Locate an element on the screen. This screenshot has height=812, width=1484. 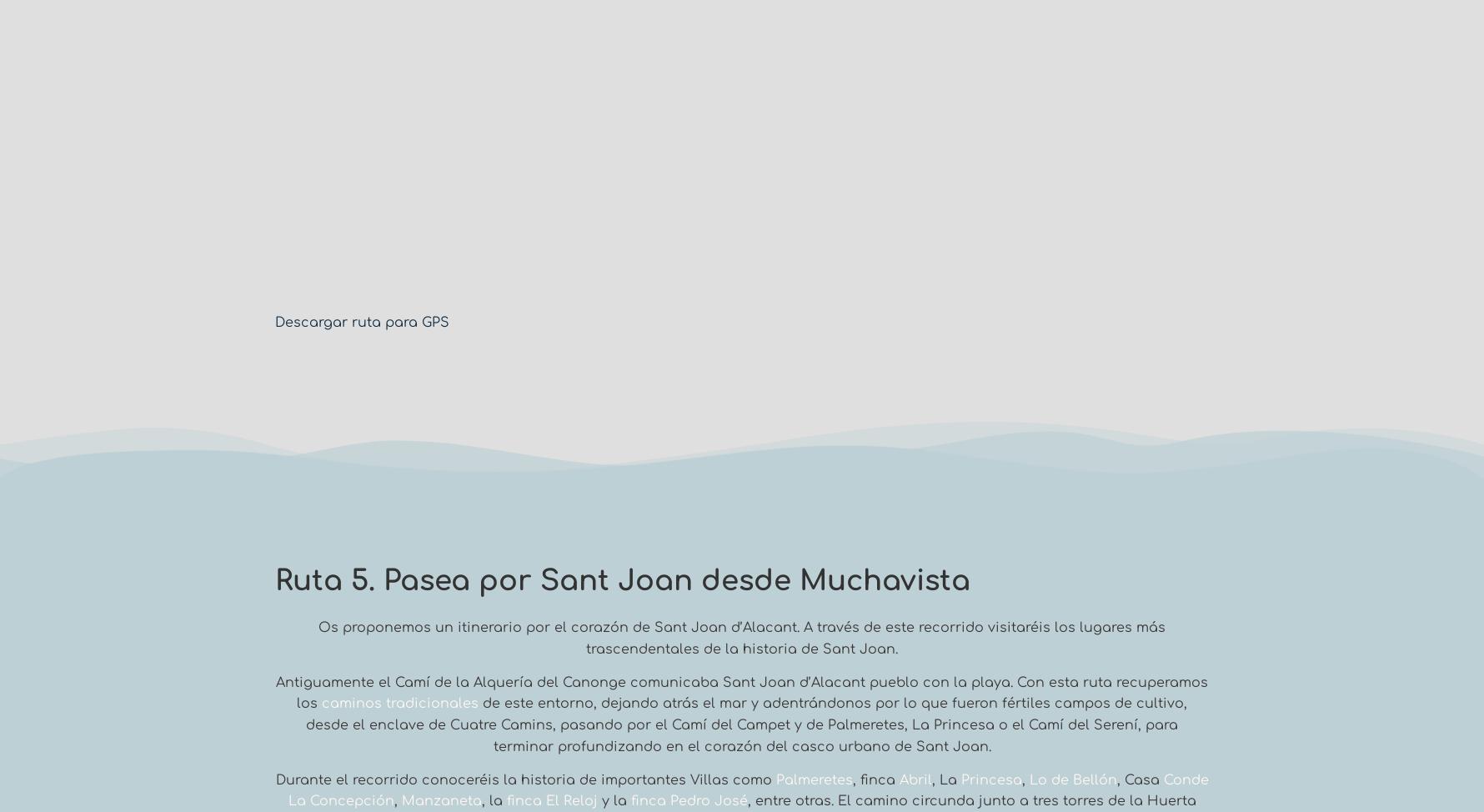
'de este entorno, dejando atrás el mar y adentrándonos por lo que fueron fértiles campos de cultivo, desde el enclave de Cuatre Camins, pasando por el Camí del Campet y de Palmeretes, La Princesa o el Camí del Serení, para terminar profundizando en el corazón del casco urbano de Sant Joan.' is located at coordinates (746, 724).